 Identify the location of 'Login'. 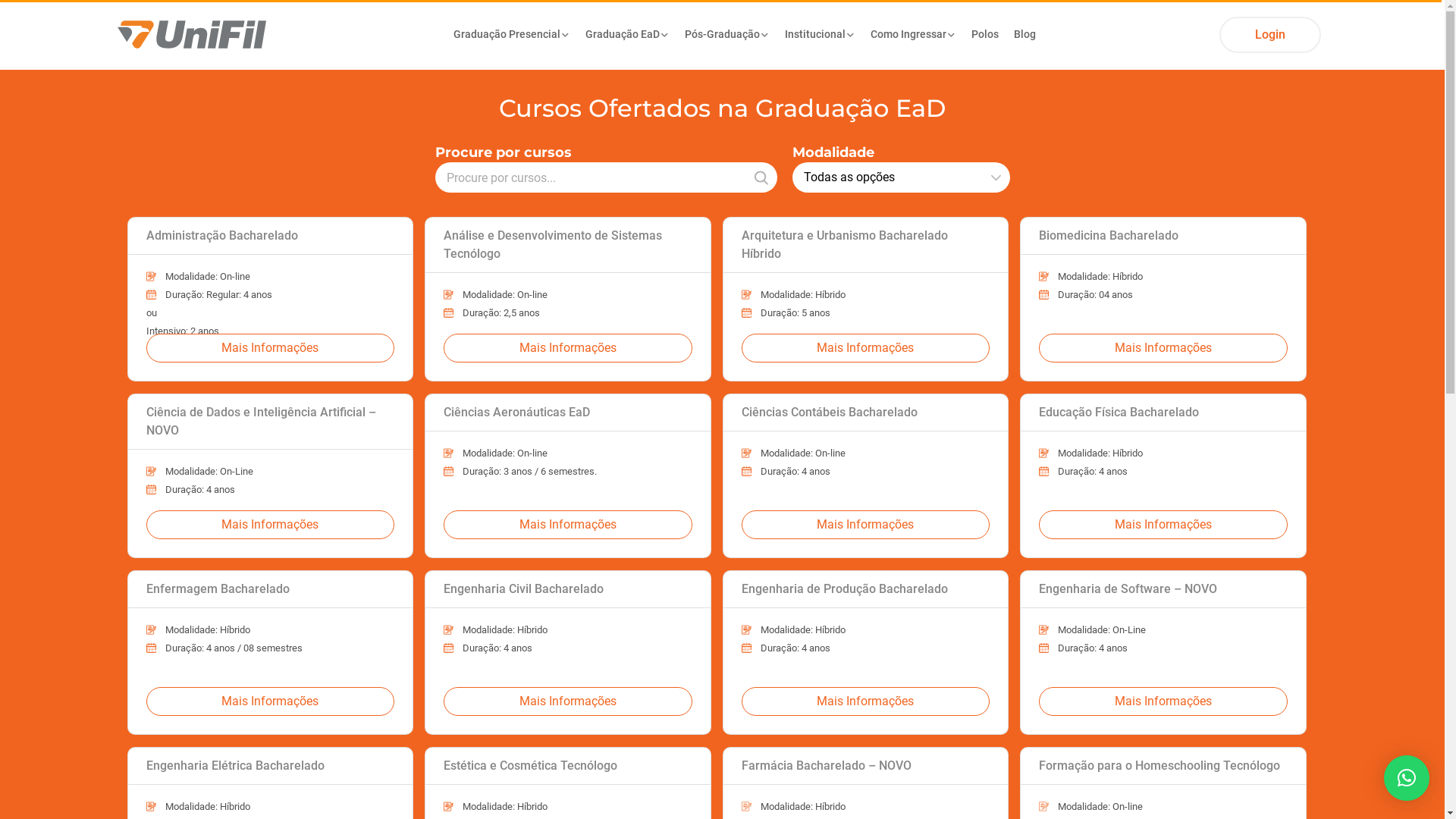
(1270, 34).